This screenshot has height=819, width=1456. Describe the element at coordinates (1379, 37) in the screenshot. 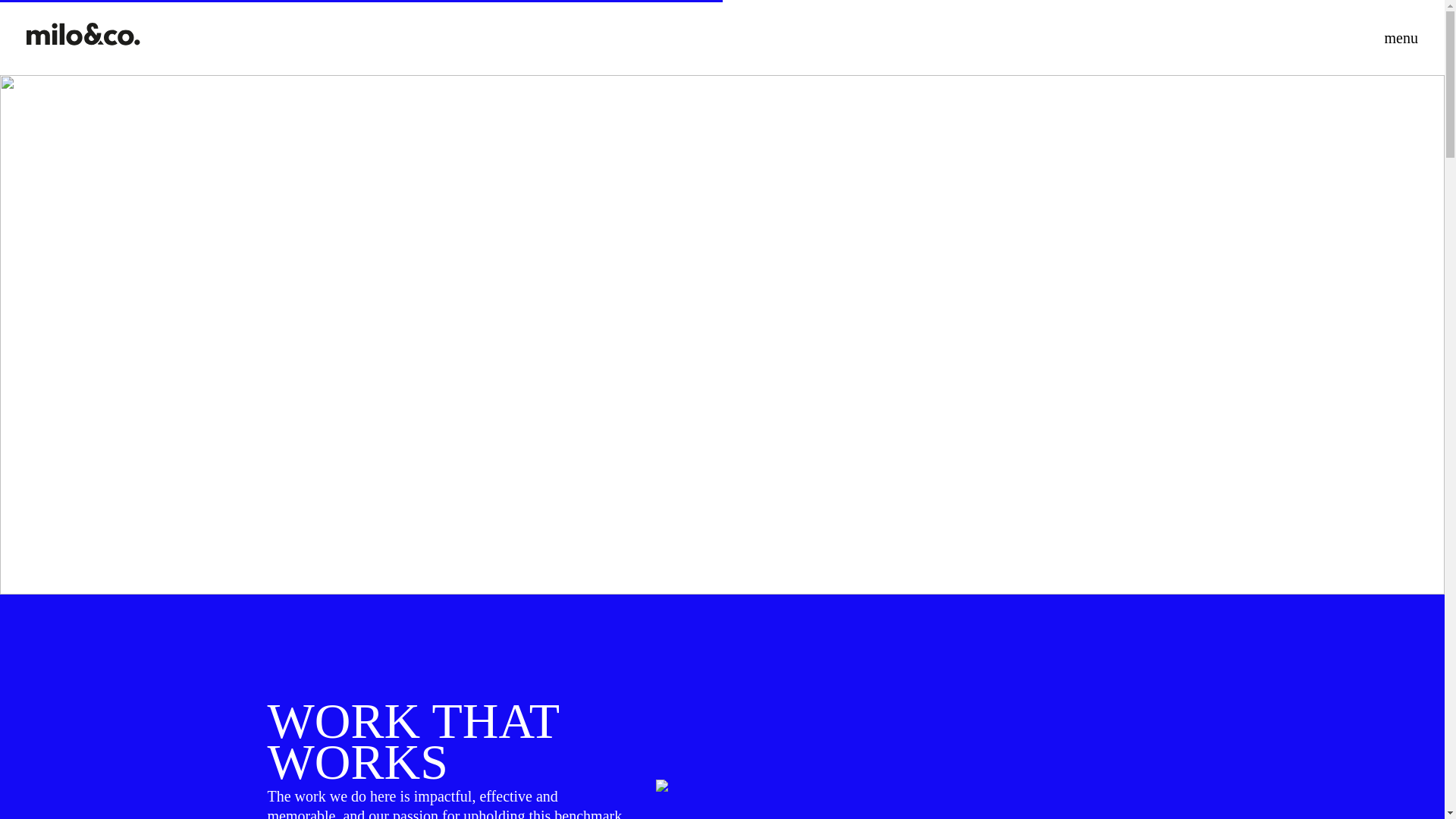

I see `'menu'` at that location.